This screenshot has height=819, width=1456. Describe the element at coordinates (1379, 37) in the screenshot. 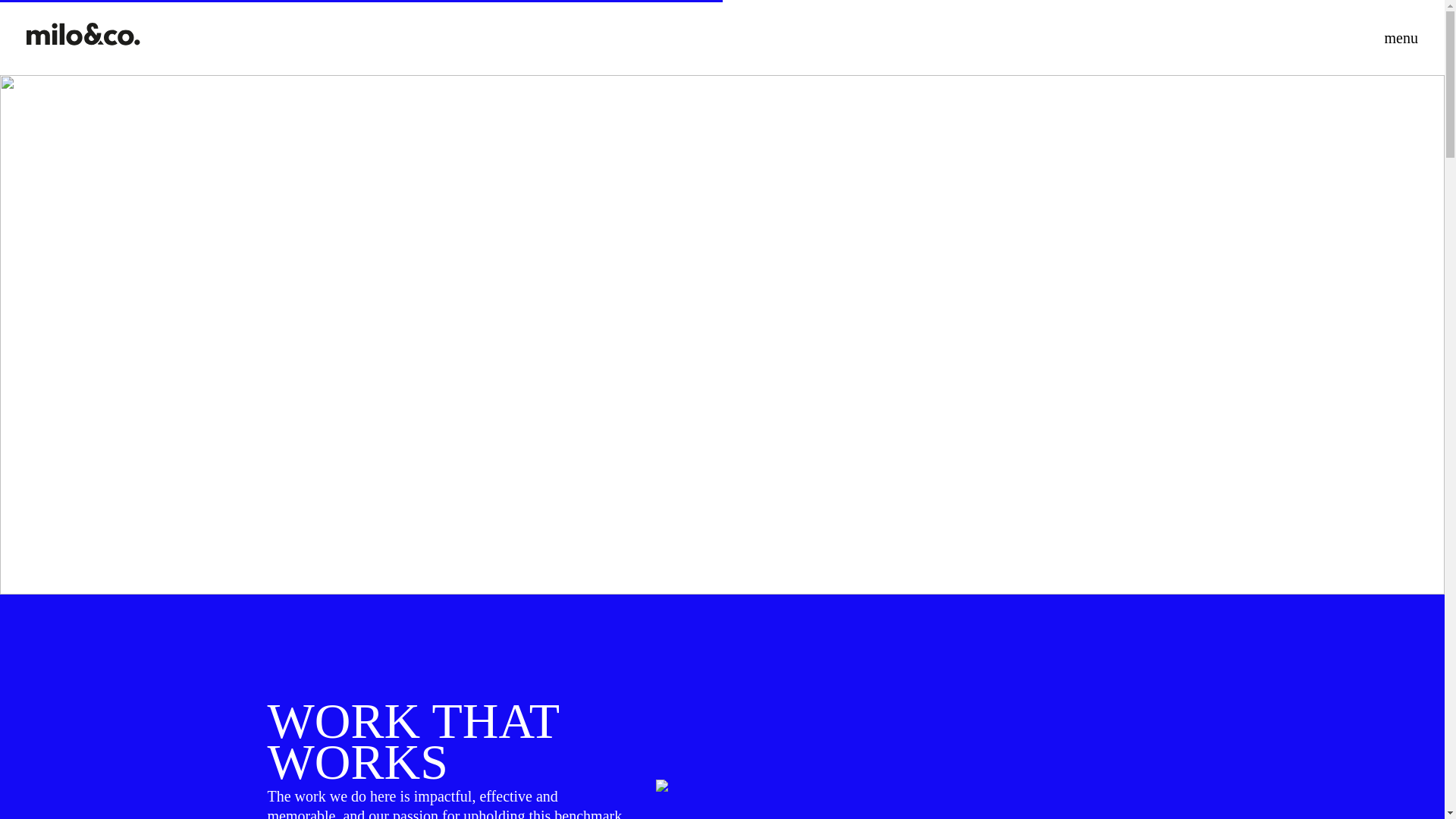

I see `'menu'` at that location.